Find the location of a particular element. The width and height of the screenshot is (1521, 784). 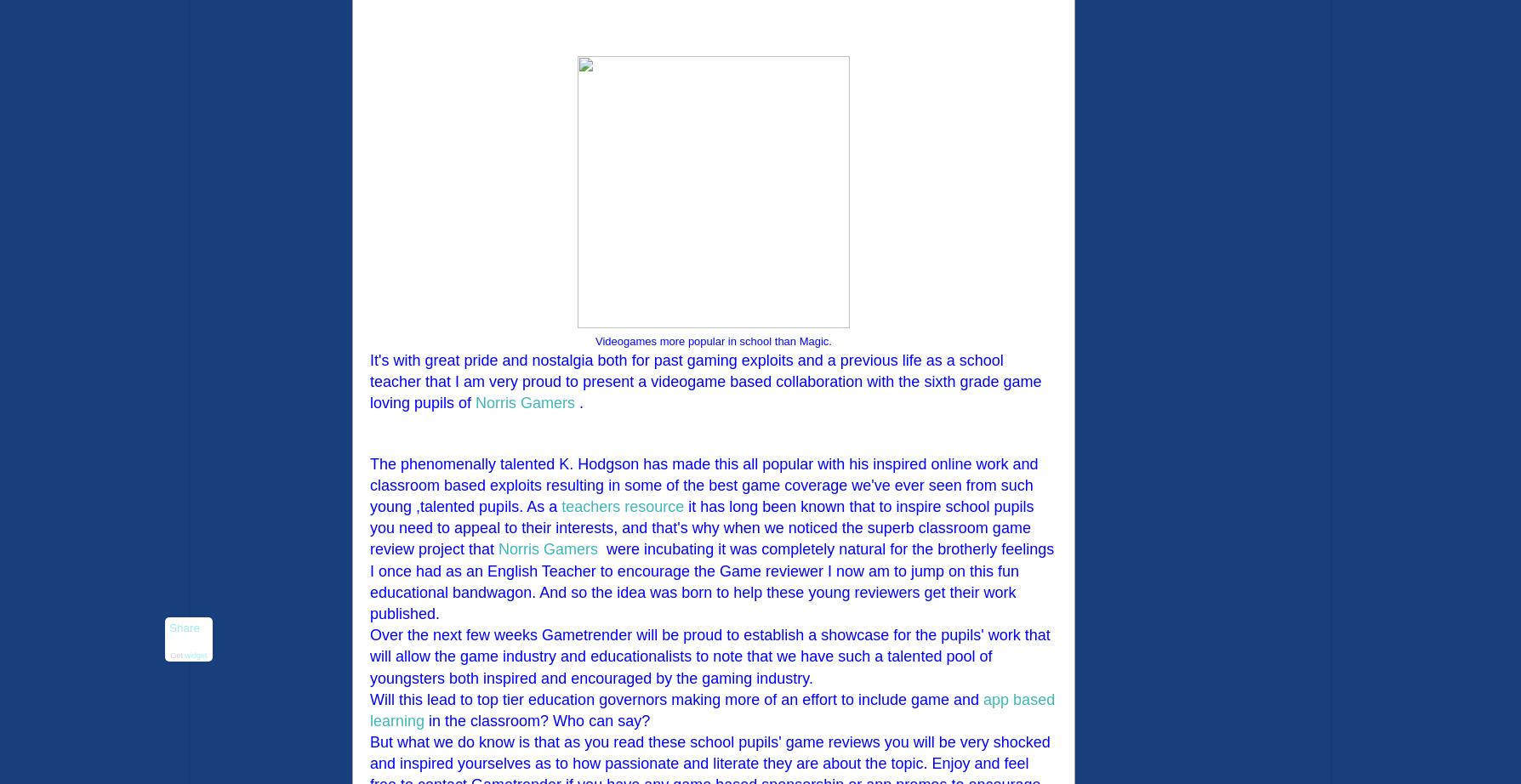

'in the classroom? Who can say?' is located at coordinates (537, 719).